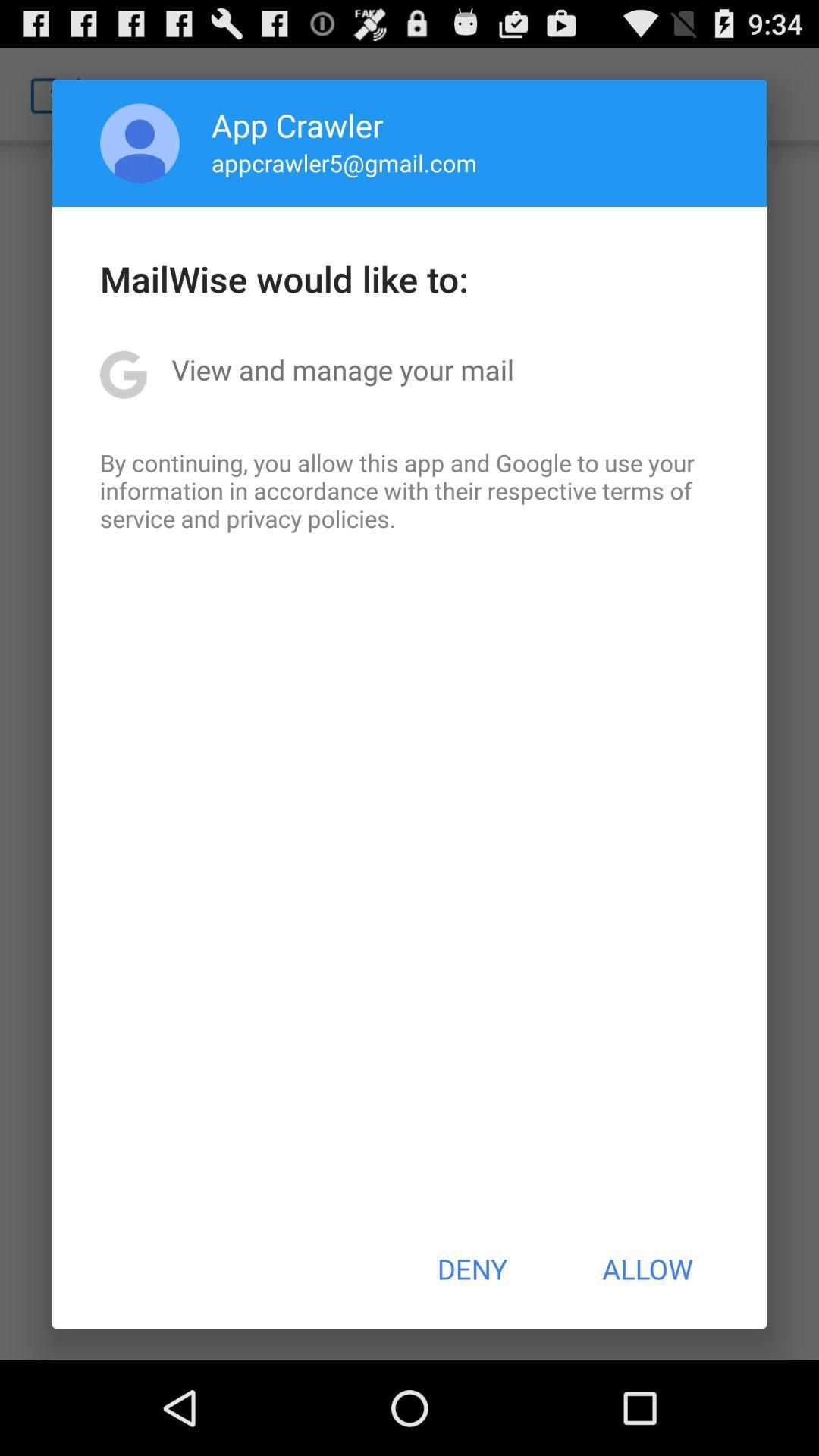  I want to click on the icon above by continuing you item, so click(343, 369).